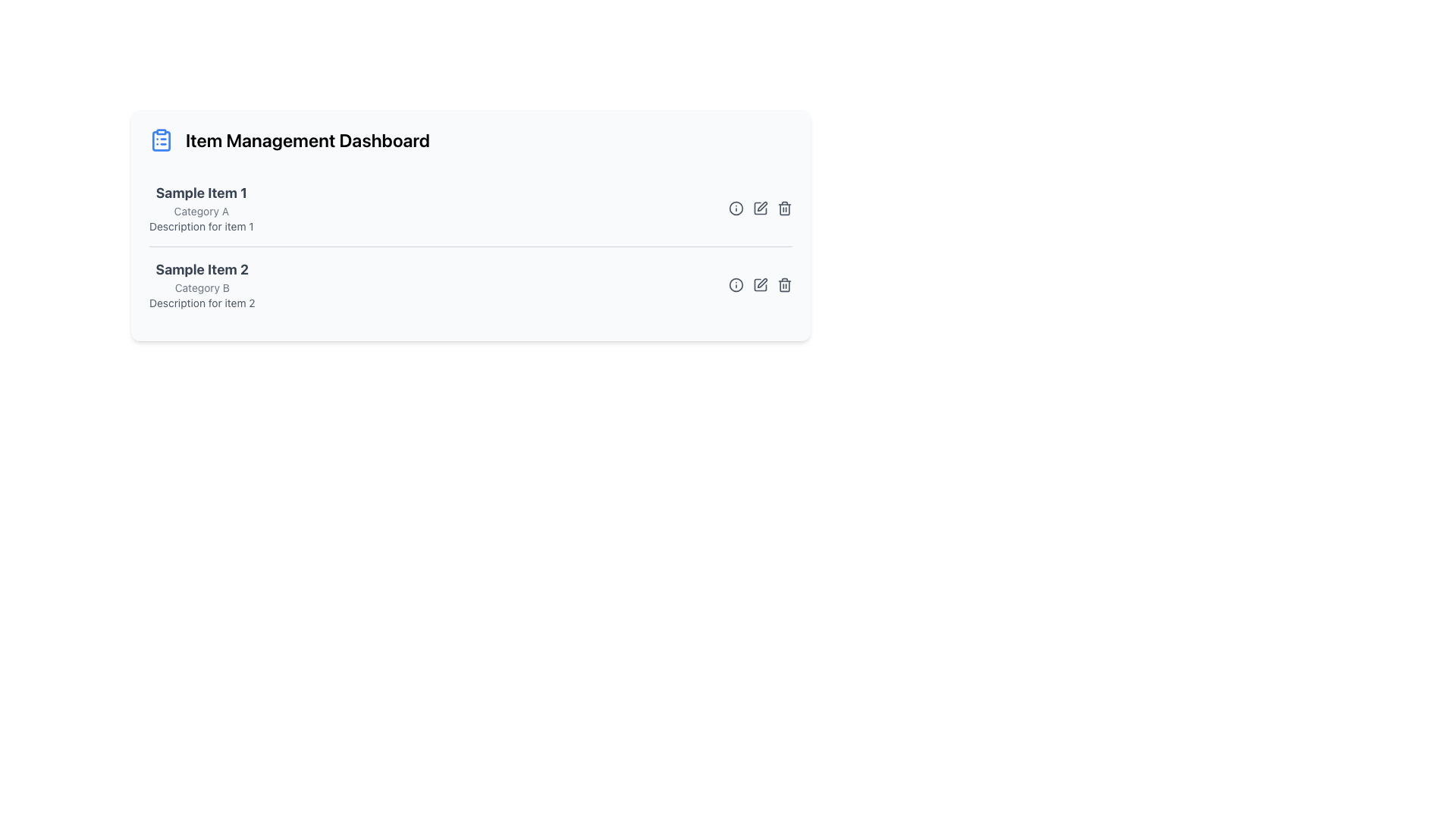 This screenshot has height=819, width=1456. What do you see at coordinates (161, 140) in the screenshot?
I see `the clipboard icon resembling checkboxes, located next to the 'Item Management Dashboard' header` at bounding box center [161, 140].